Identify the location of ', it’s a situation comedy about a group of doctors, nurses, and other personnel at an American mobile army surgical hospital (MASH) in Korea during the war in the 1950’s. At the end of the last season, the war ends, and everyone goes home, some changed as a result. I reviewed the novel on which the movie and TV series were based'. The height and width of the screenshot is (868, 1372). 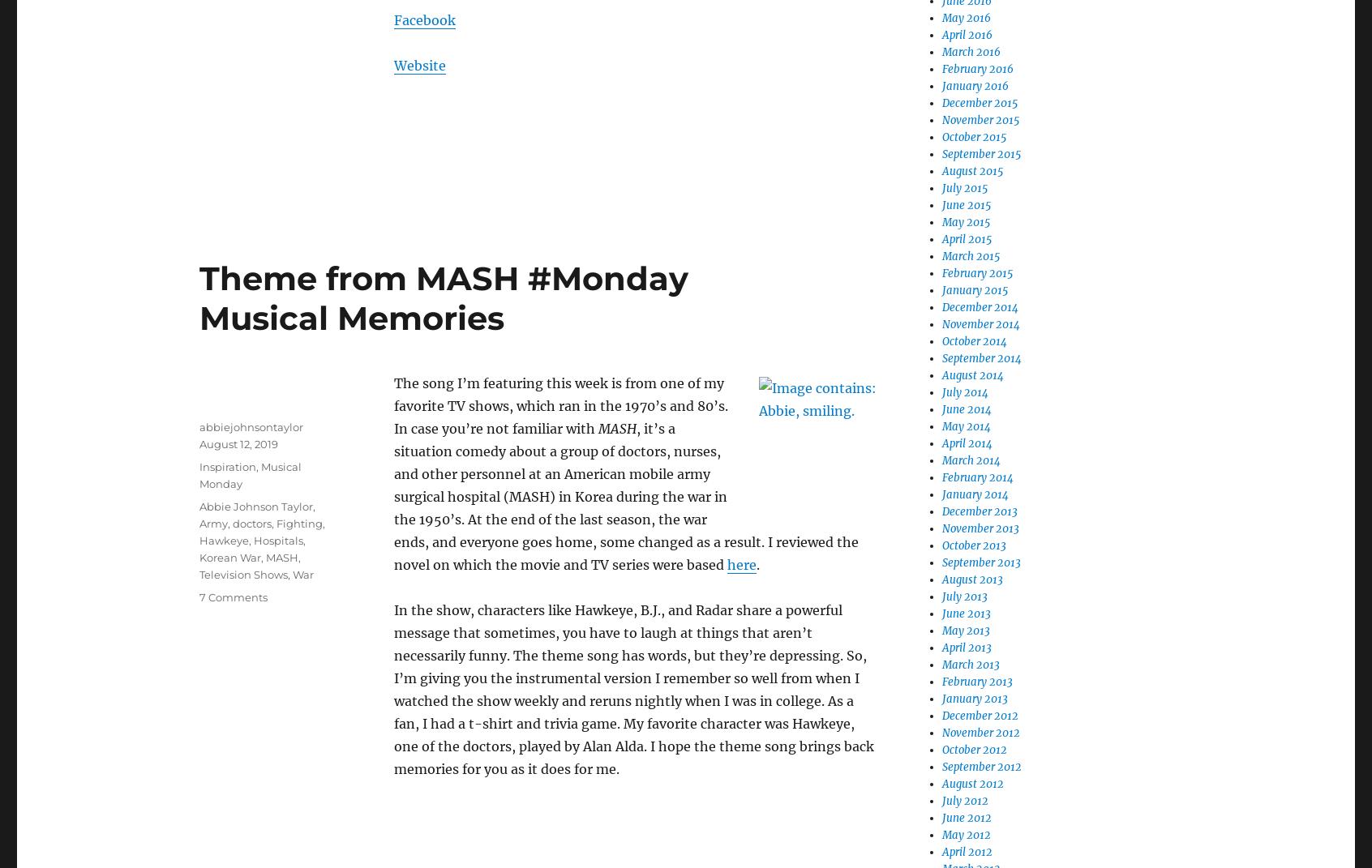
(625, 496).